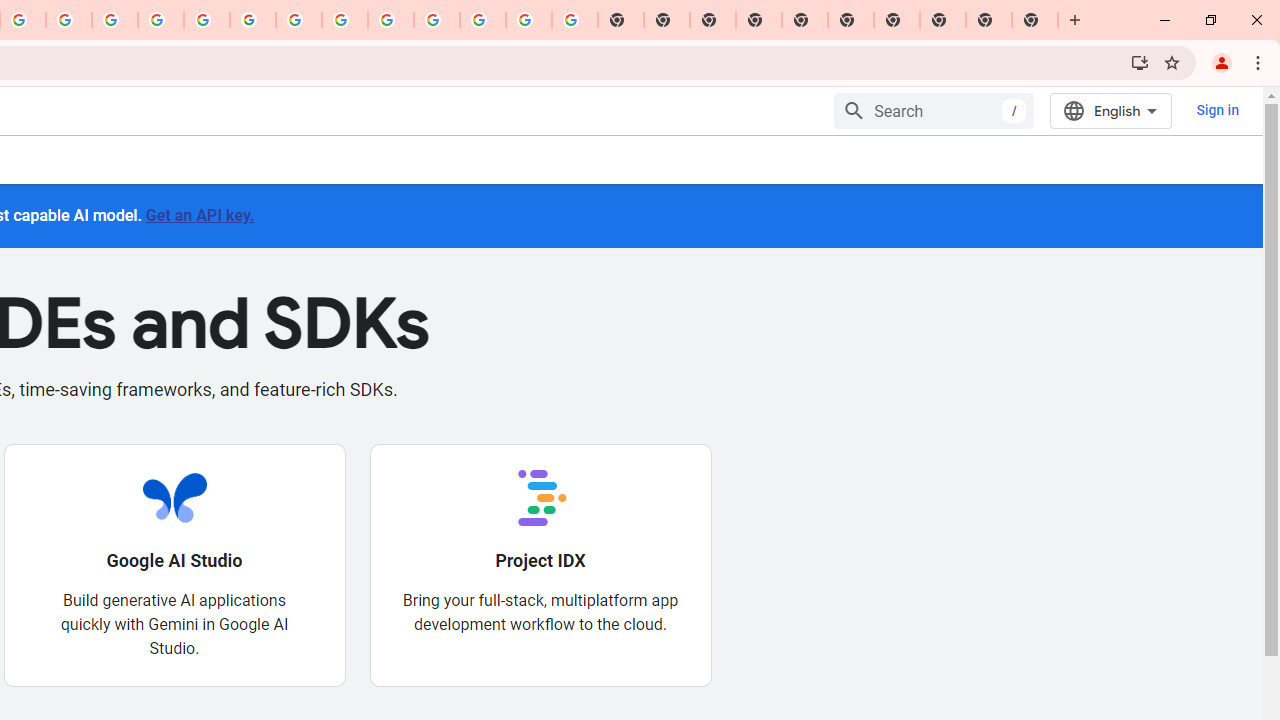  I want to click on 'Google AI Studio logo', so click(174, 496).